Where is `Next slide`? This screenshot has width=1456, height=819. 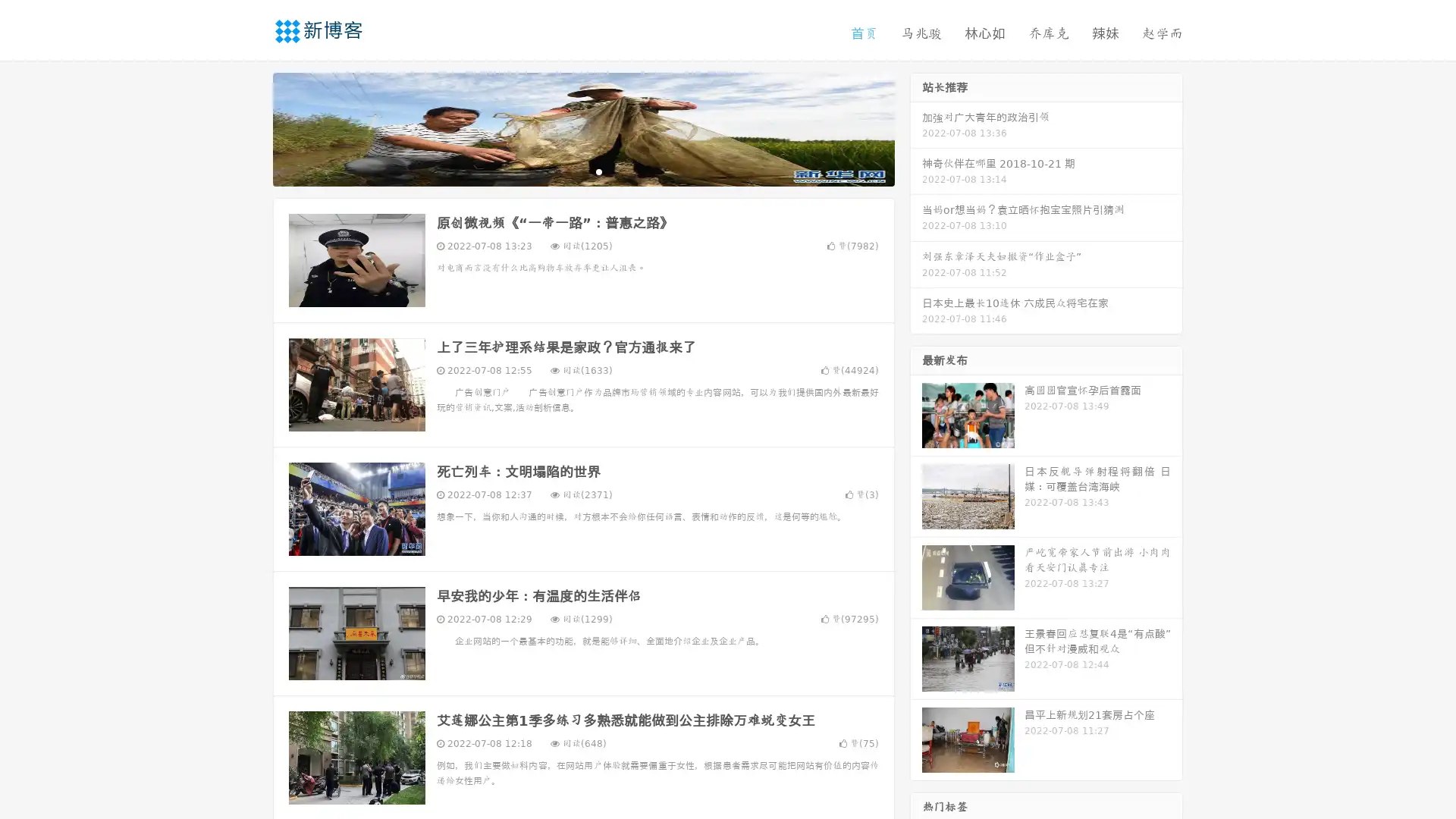 Next slide is located at coordinates (916, 127).